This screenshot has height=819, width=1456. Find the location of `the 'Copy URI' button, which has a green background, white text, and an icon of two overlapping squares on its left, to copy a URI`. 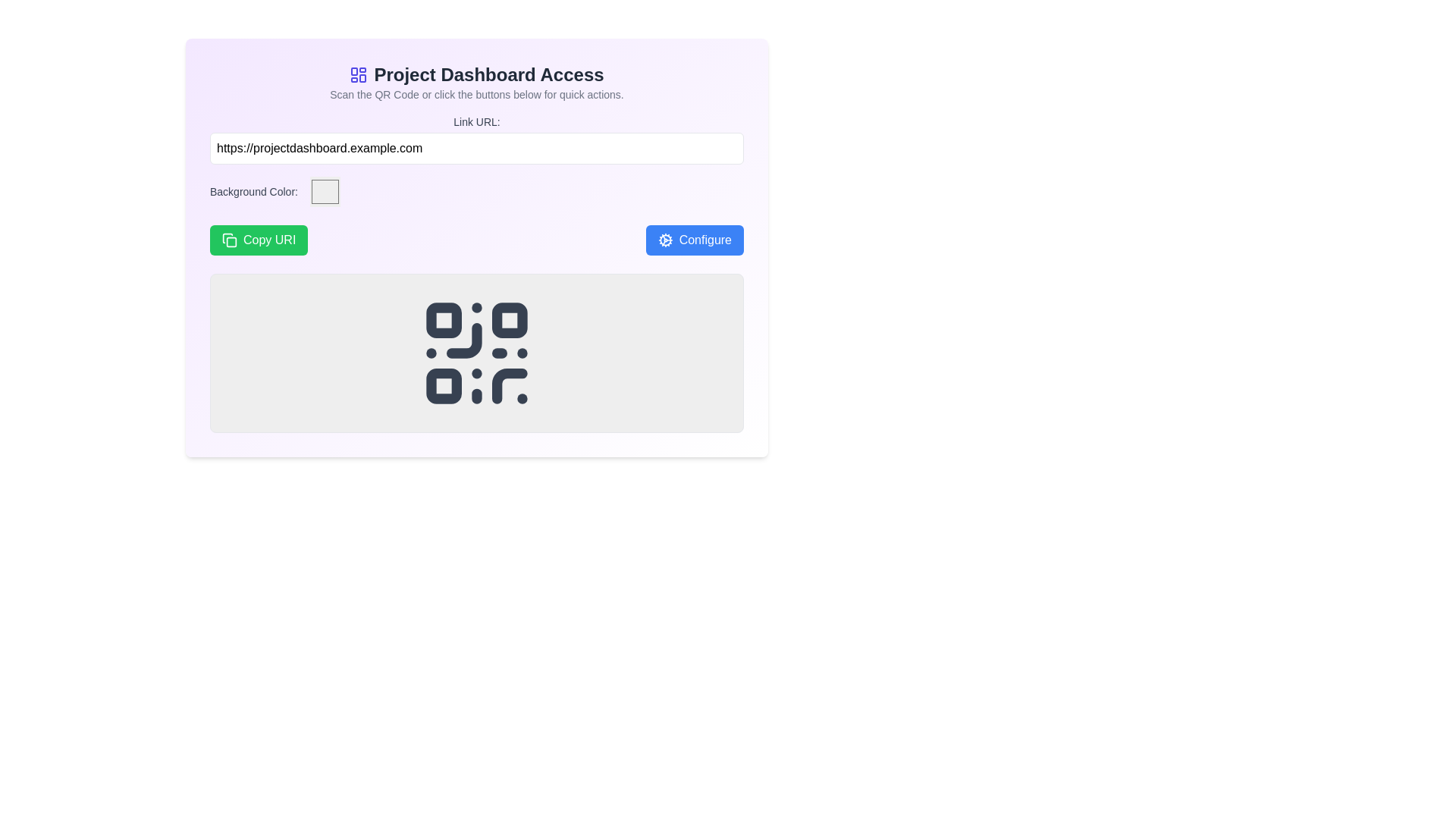

the 'Copy URI' button, which has a green background, white text, and an icon of two overlapping squares on its left, to copy a URI is located at coordinates (259, 239).